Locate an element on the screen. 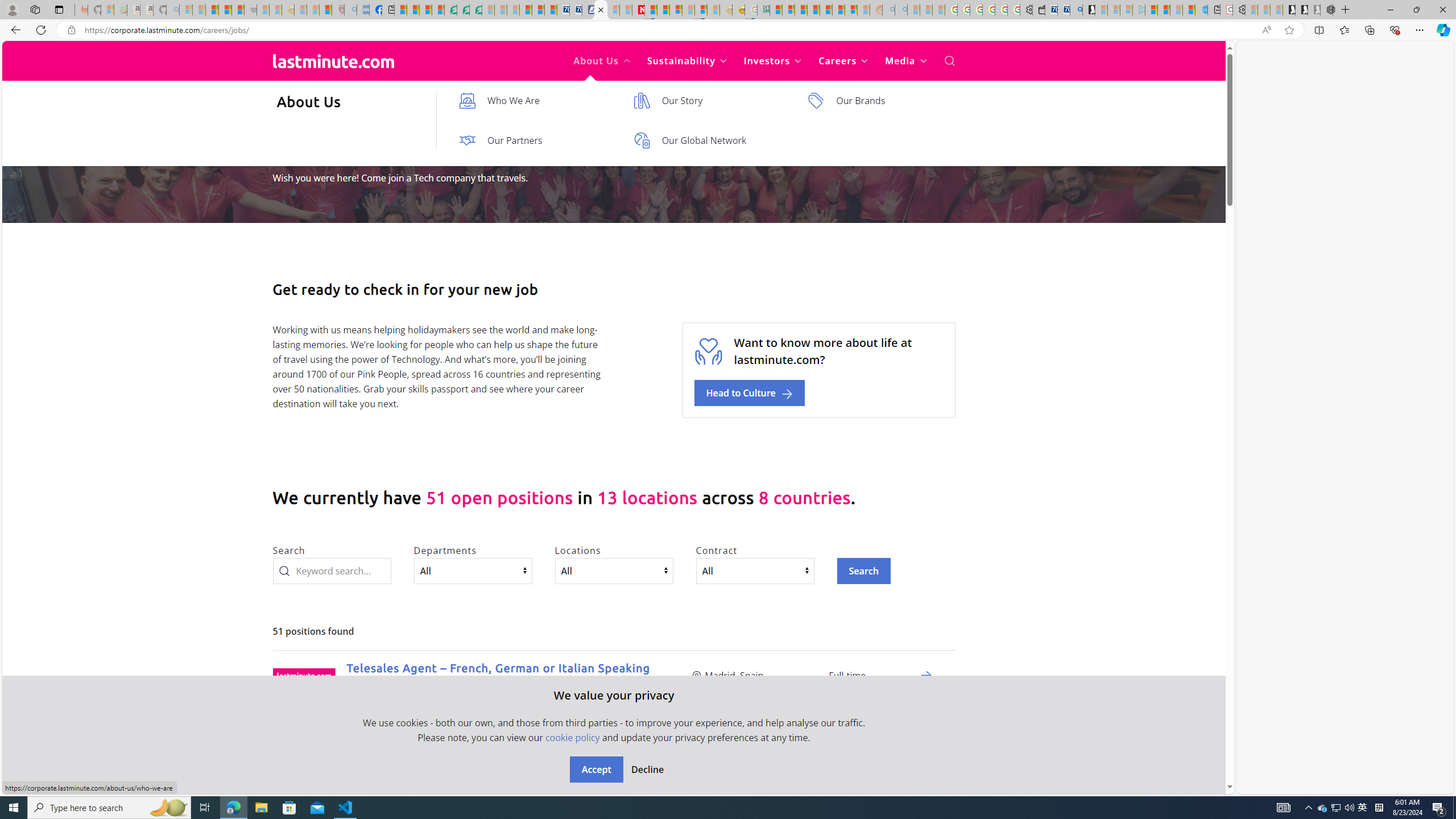  'Back to home' is located at coordinates (333, 61).